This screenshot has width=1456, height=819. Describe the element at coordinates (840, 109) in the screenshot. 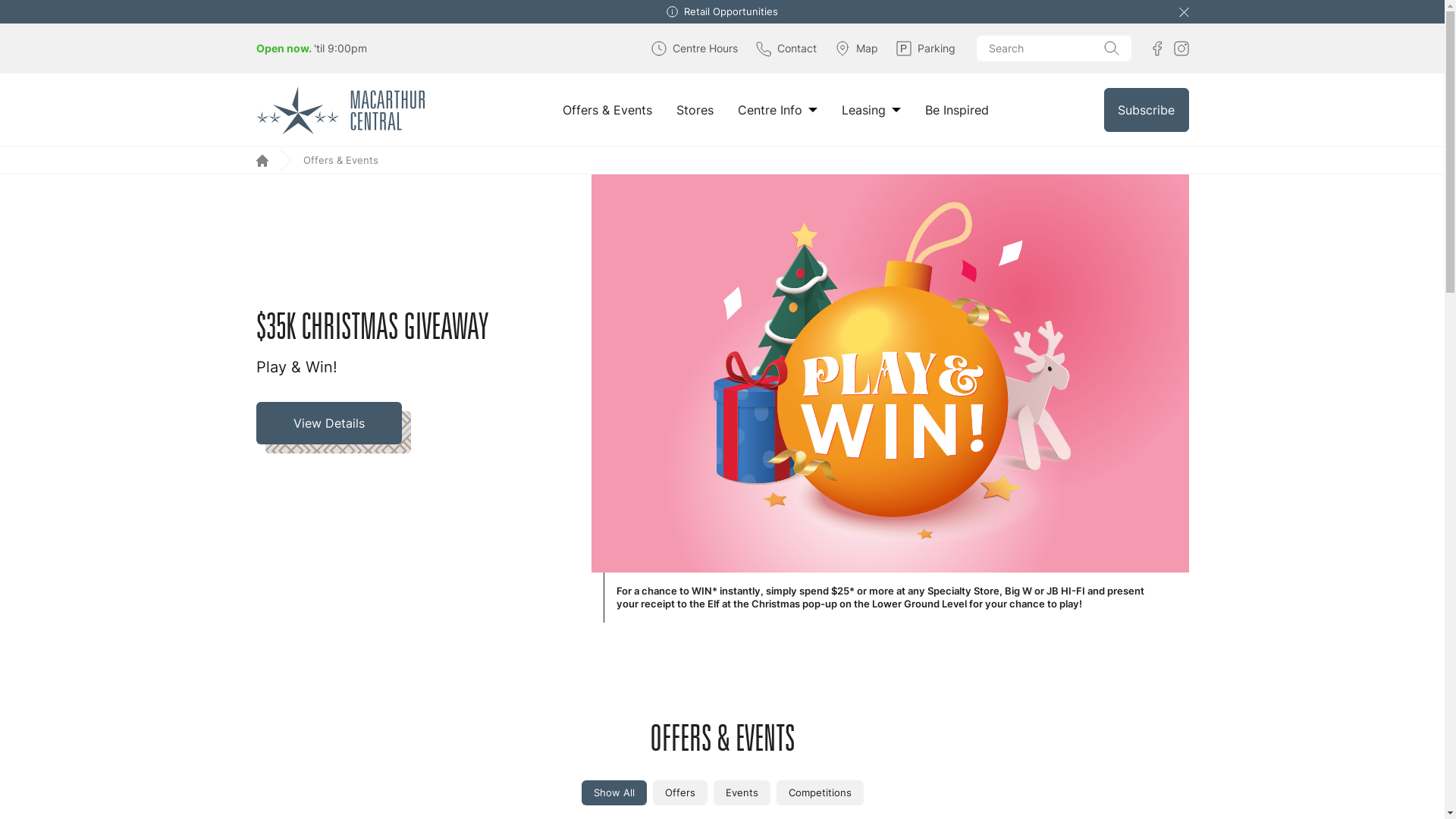

I see `'Leasing'` at that location.